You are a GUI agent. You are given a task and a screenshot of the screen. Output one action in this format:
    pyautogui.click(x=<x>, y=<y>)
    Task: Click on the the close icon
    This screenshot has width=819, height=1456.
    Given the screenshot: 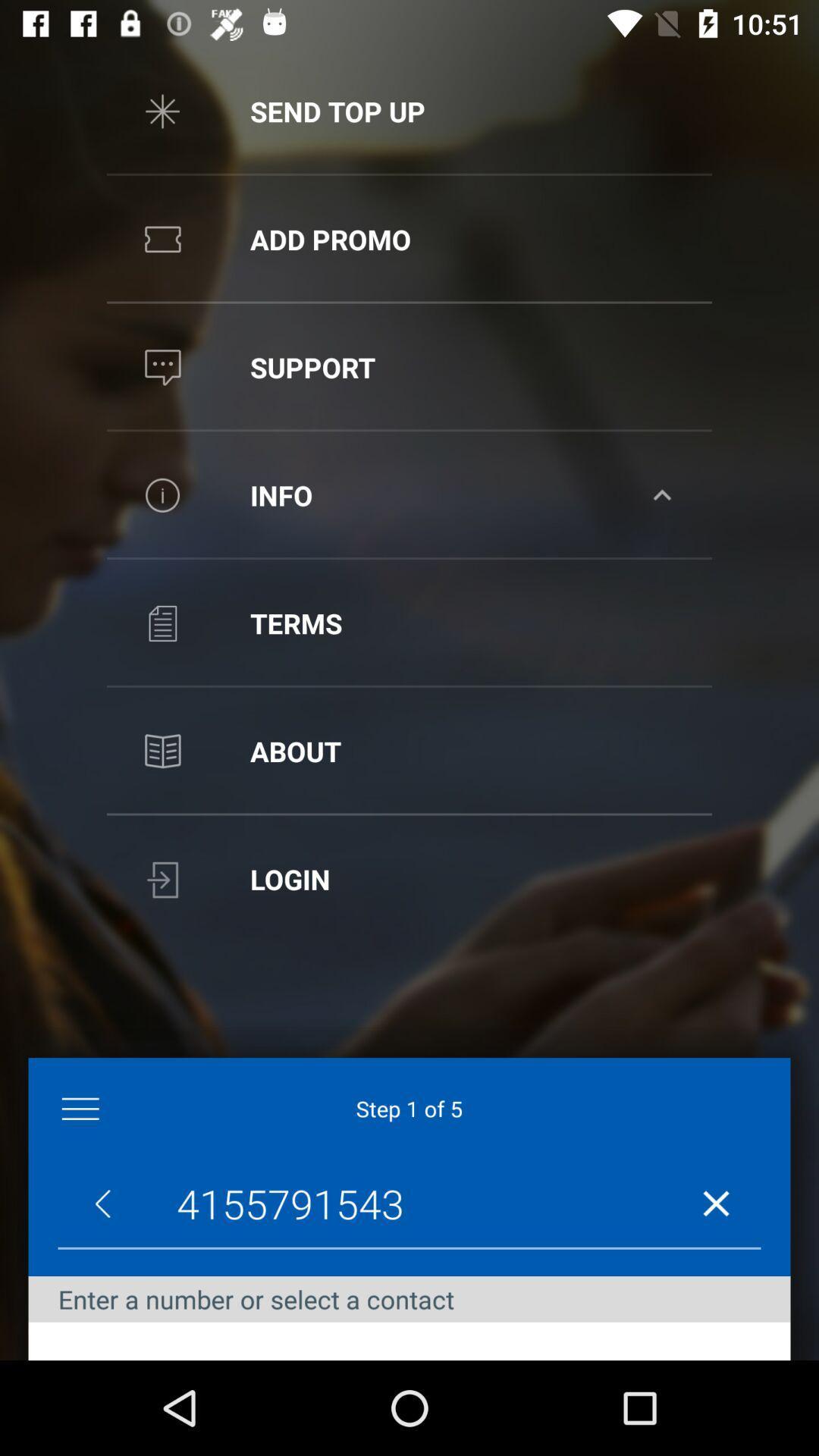 What is the action you would take?
    pyautogui.click(x=716, y=1203)
    